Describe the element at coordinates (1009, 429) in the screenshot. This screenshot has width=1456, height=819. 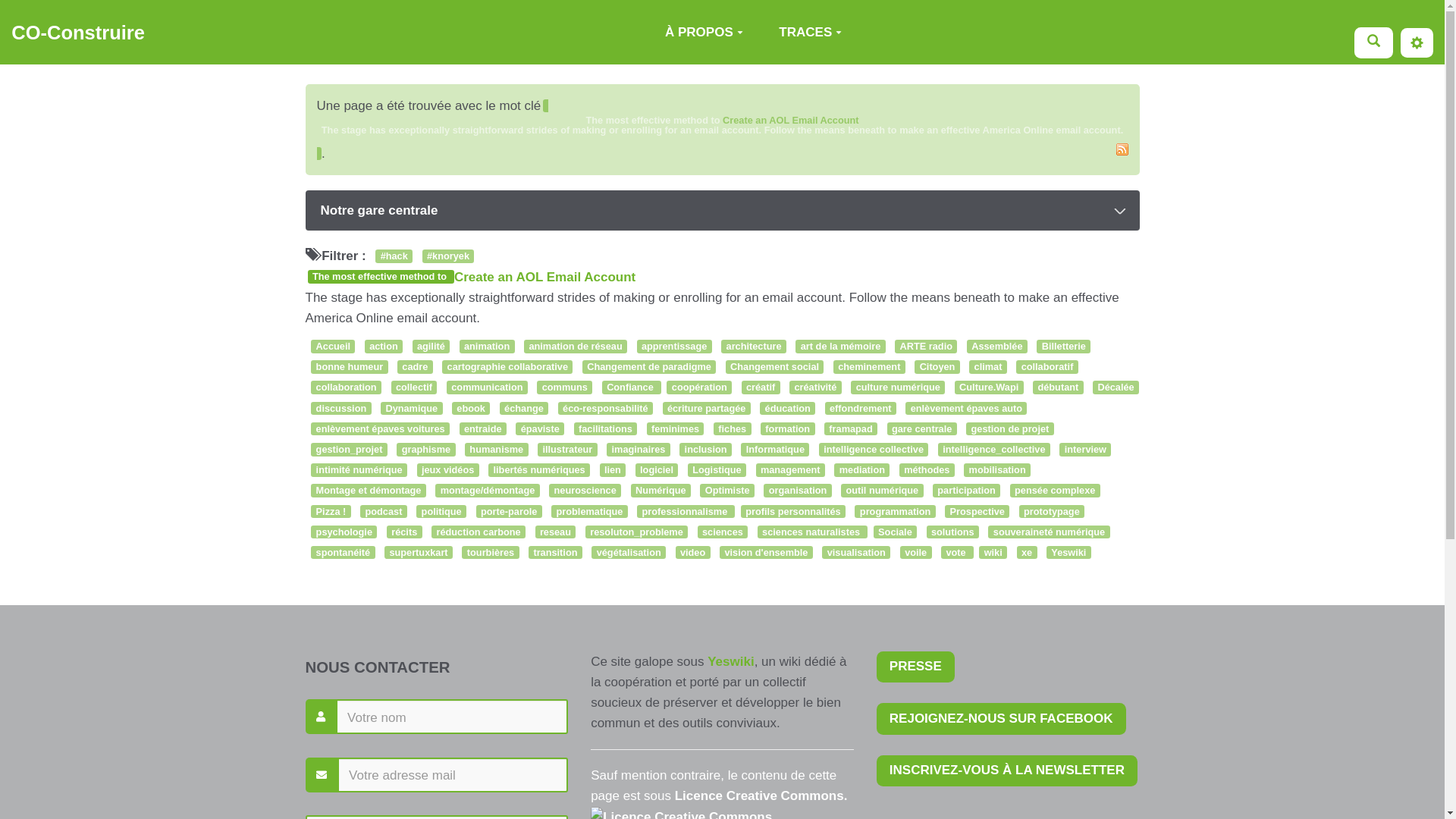
I see `'gestion de projet'` at that location.